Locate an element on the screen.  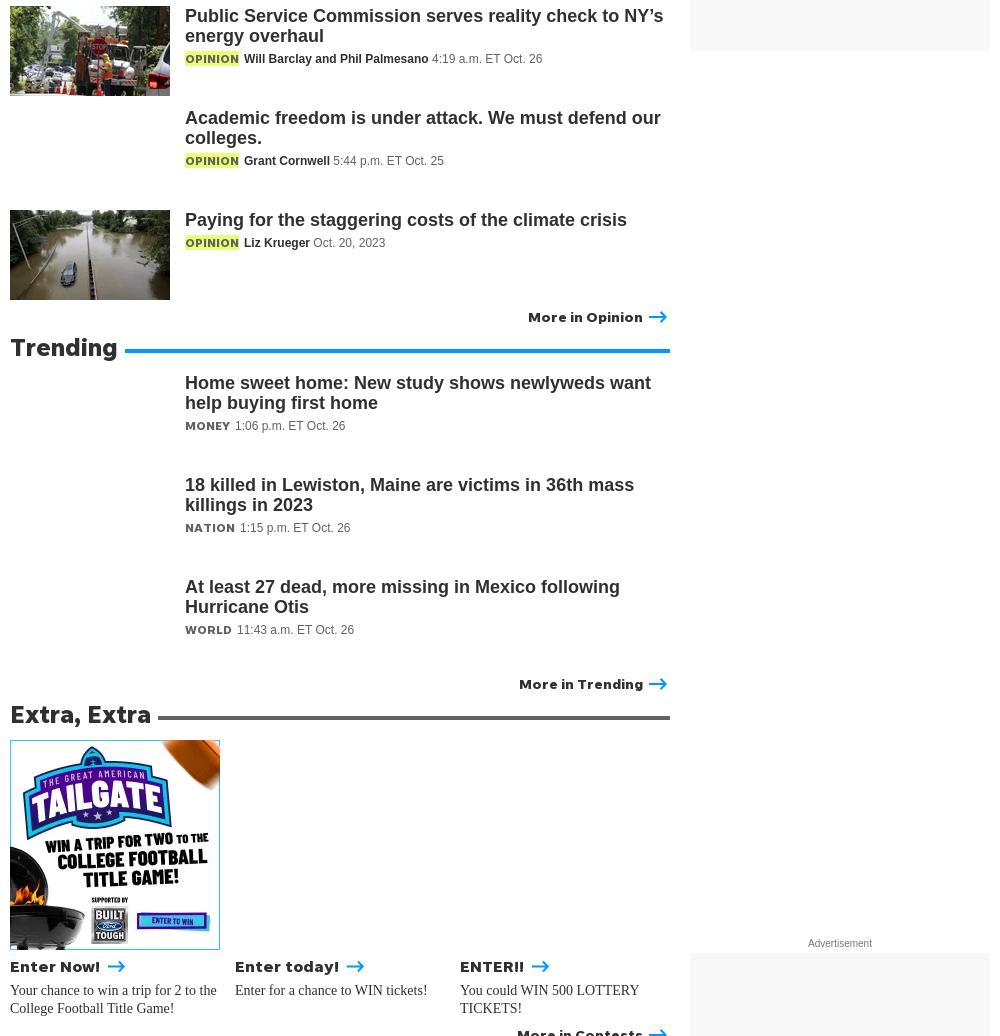
'More in Opinion' is located at coordinates (584, 316).